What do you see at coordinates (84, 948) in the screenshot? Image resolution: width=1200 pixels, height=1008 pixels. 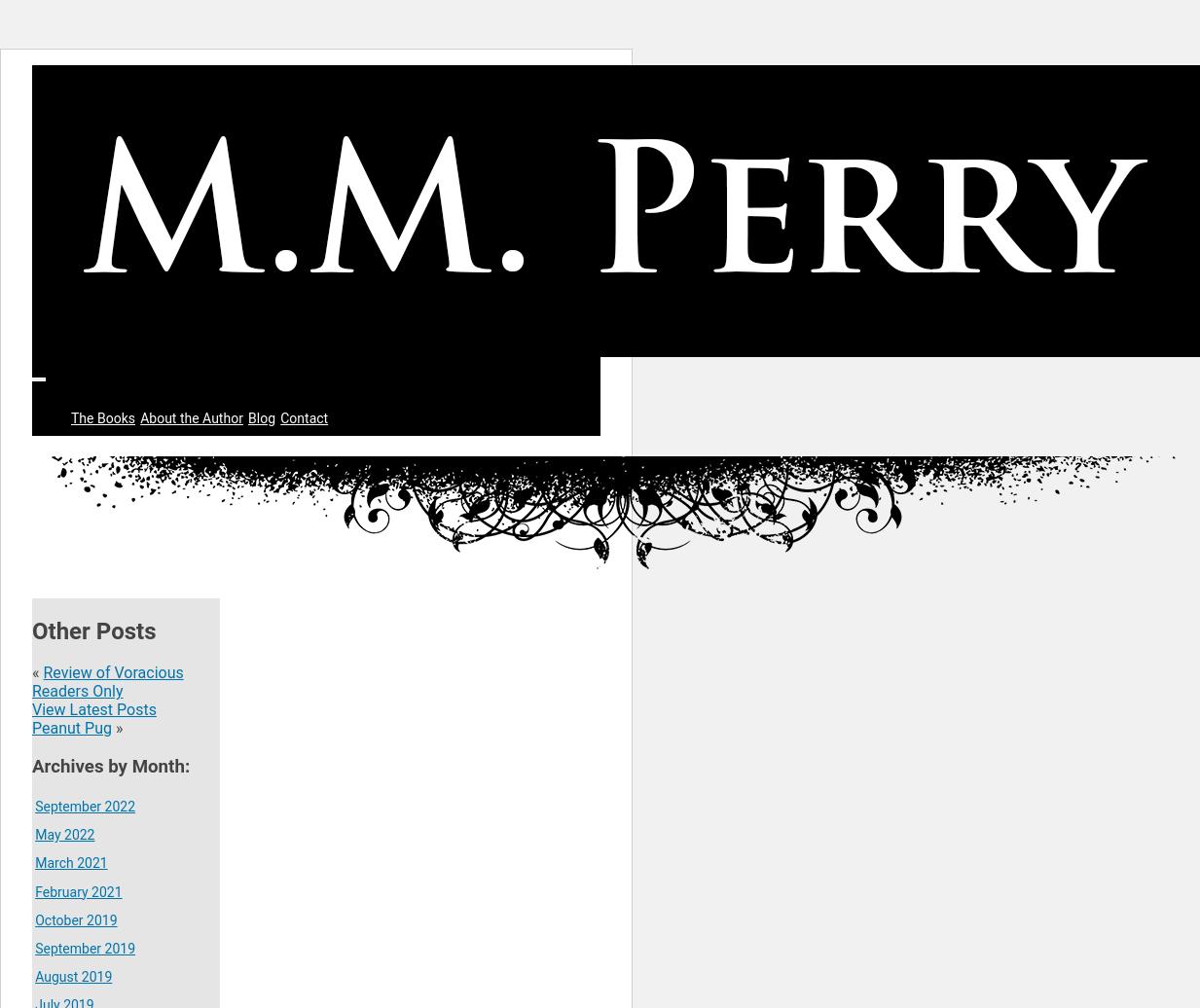 I see `'September 2019'` at bounding box center [84, 948].